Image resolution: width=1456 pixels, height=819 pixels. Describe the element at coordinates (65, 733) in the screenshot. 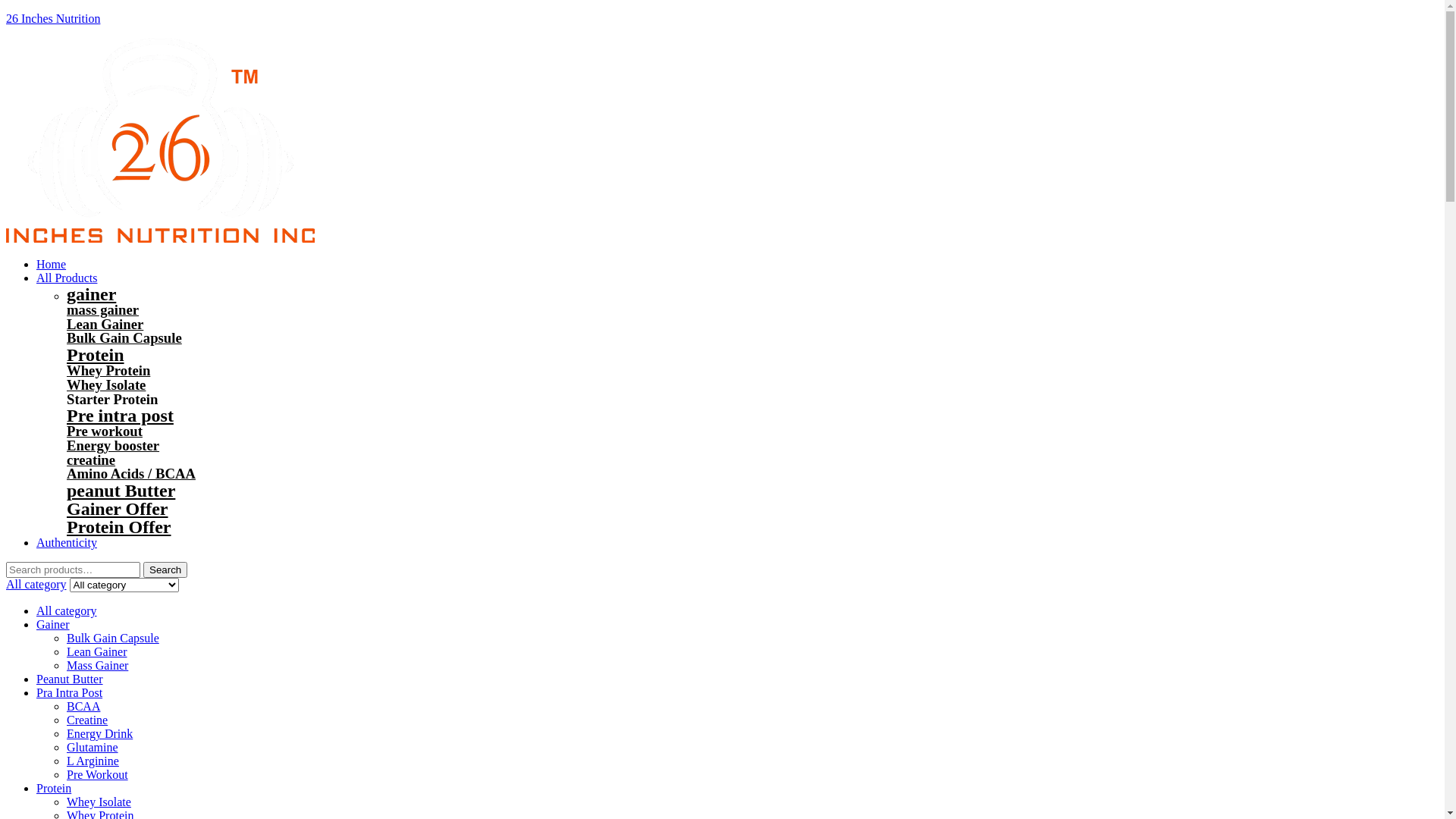

I see `'Energy Drink'` at that location.